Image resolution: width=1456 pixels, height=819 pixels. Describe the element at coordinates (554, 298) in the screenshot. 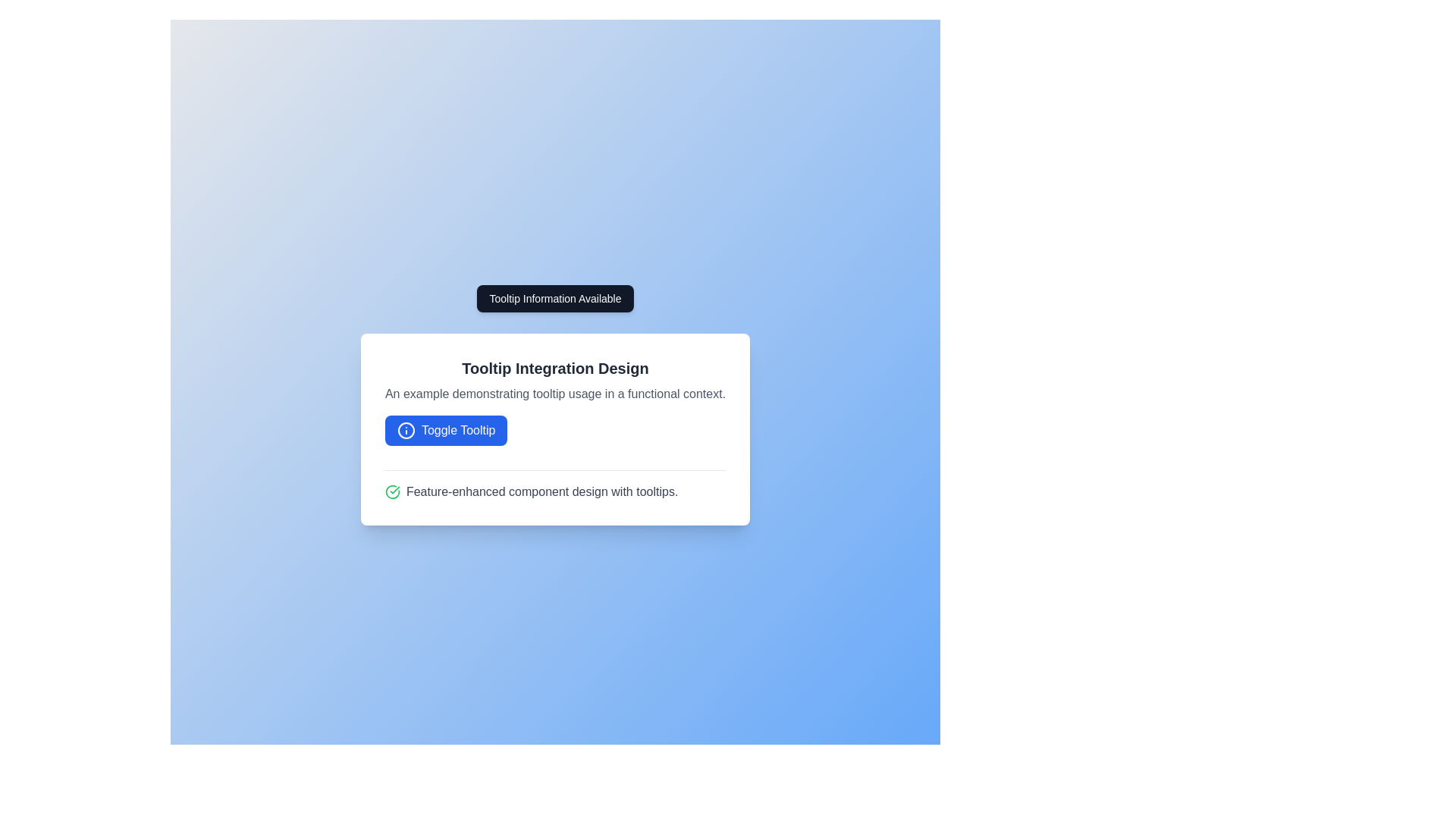

I see `text displayed in the tooltip with dark gray background and white text reading 'Tooltip Information Available', located above the 'Toggle Tooltip' button` at that location.